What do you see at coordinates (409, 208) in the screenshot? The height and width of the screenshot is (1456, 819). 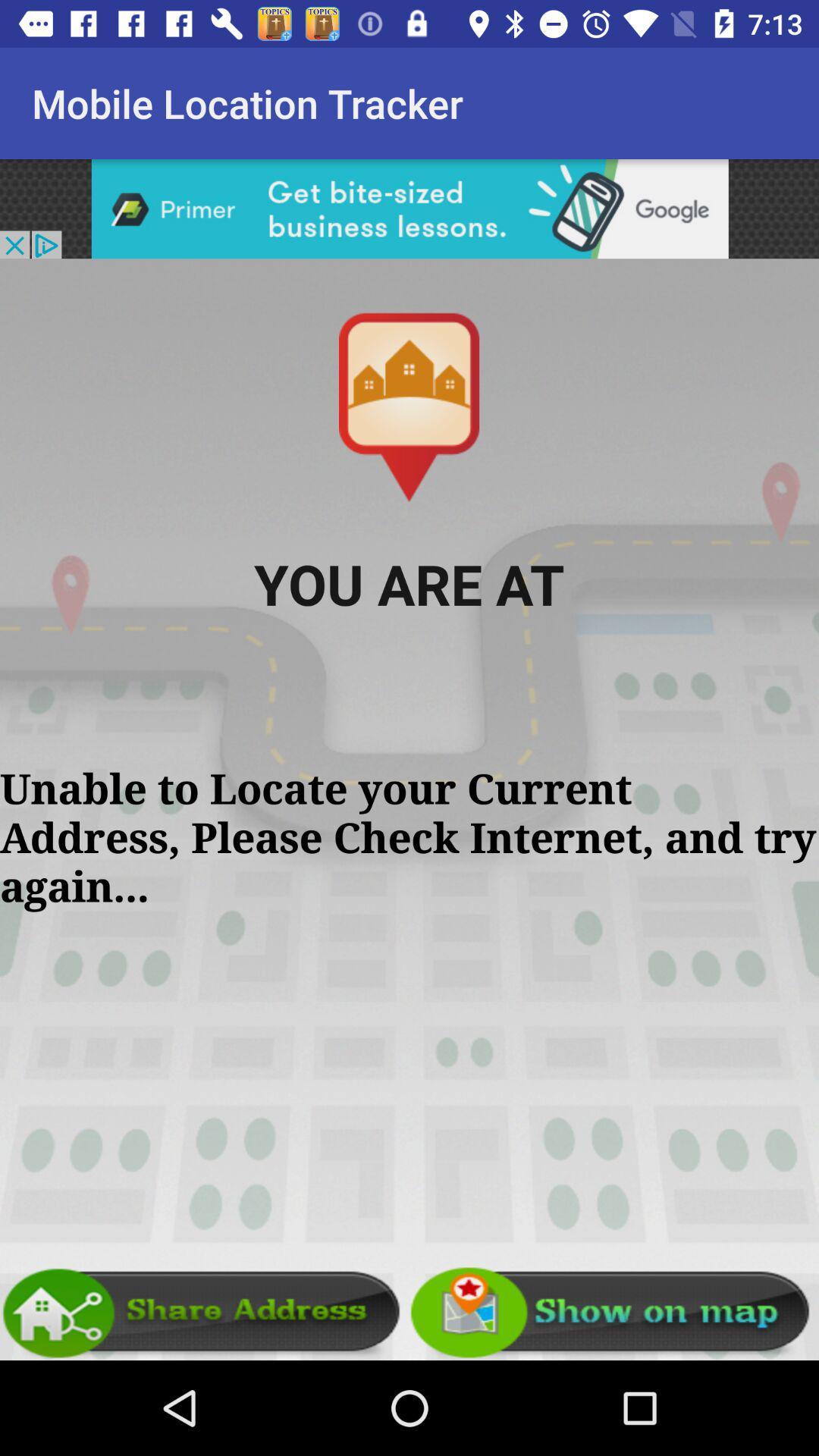 I see `search botton` at bounding box center [409, 208].